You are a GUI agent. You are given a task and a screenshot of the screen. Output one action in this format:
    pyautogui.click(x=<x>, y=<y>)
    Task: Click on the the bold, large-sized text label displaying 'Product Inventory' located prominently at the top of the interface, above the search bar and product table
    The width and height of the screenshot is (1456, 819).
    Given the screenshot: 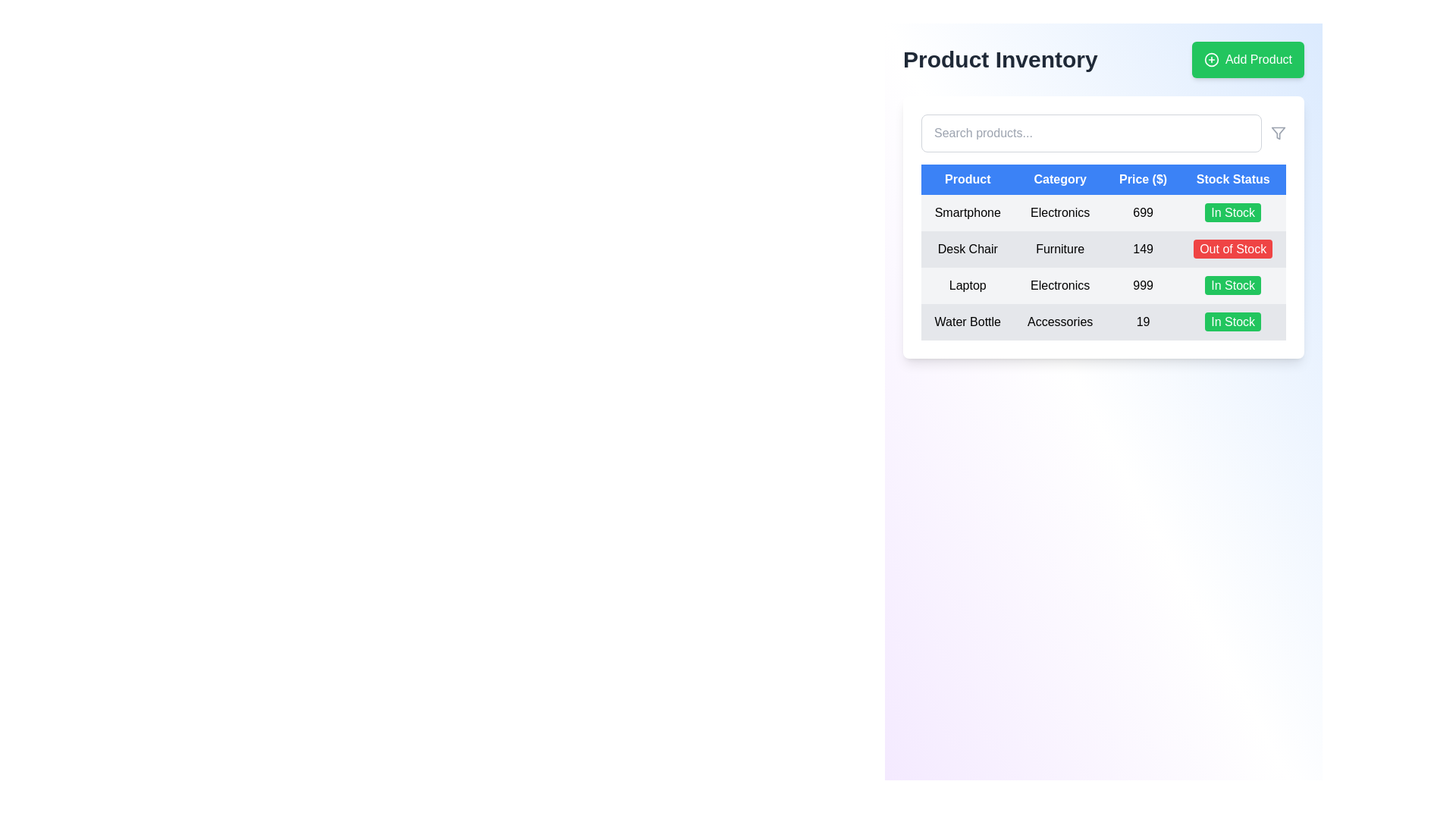 What is the action you would take?
    pyautogui.click(x=1000, y=58)
    